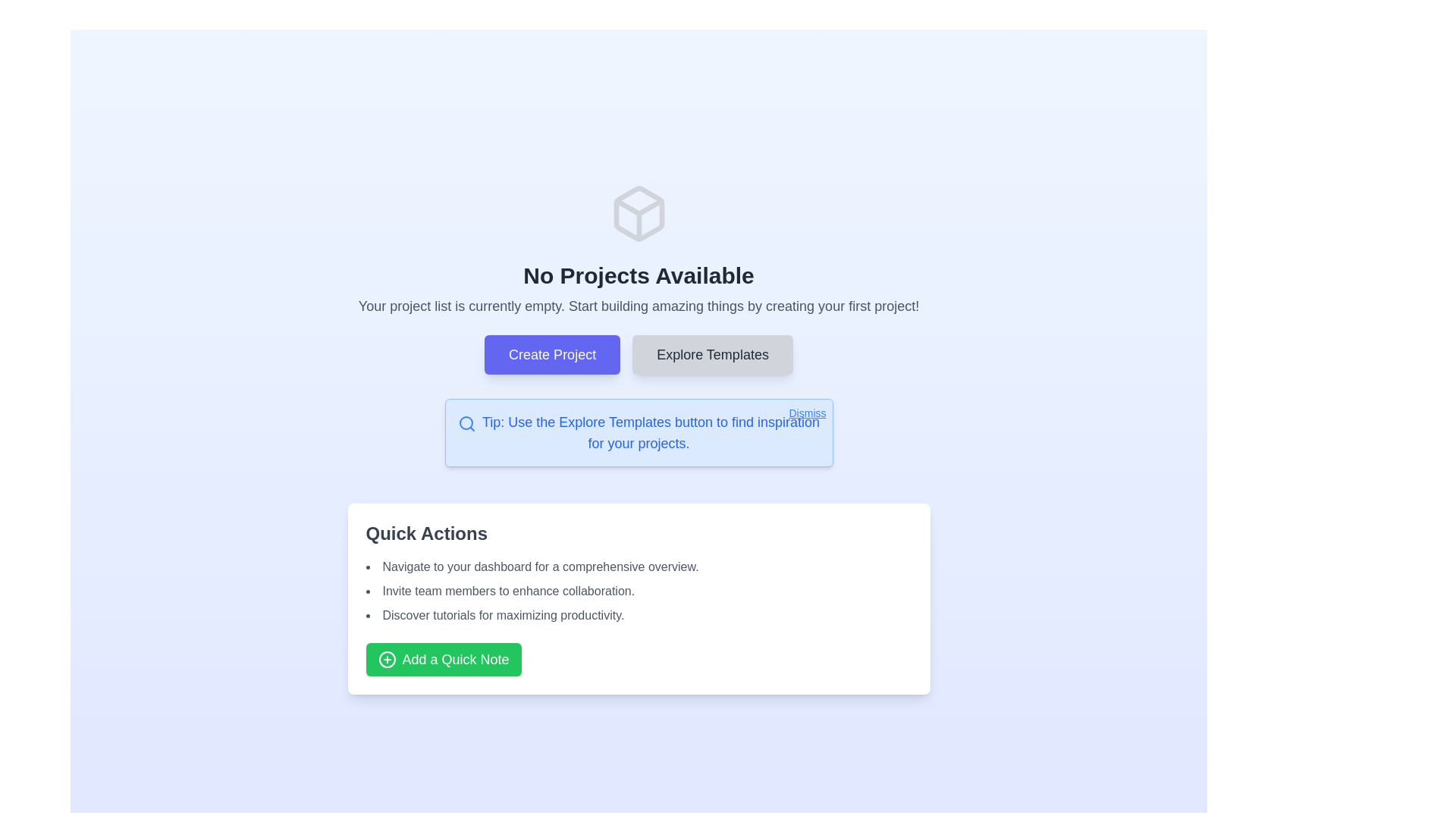 This screenshot has height=819, width=1456. I want to click on the visual cue of the circular plus sign icon located at the center of the 'Add a Quick Note' button in the Quick Actions panel, so click(387, 659).